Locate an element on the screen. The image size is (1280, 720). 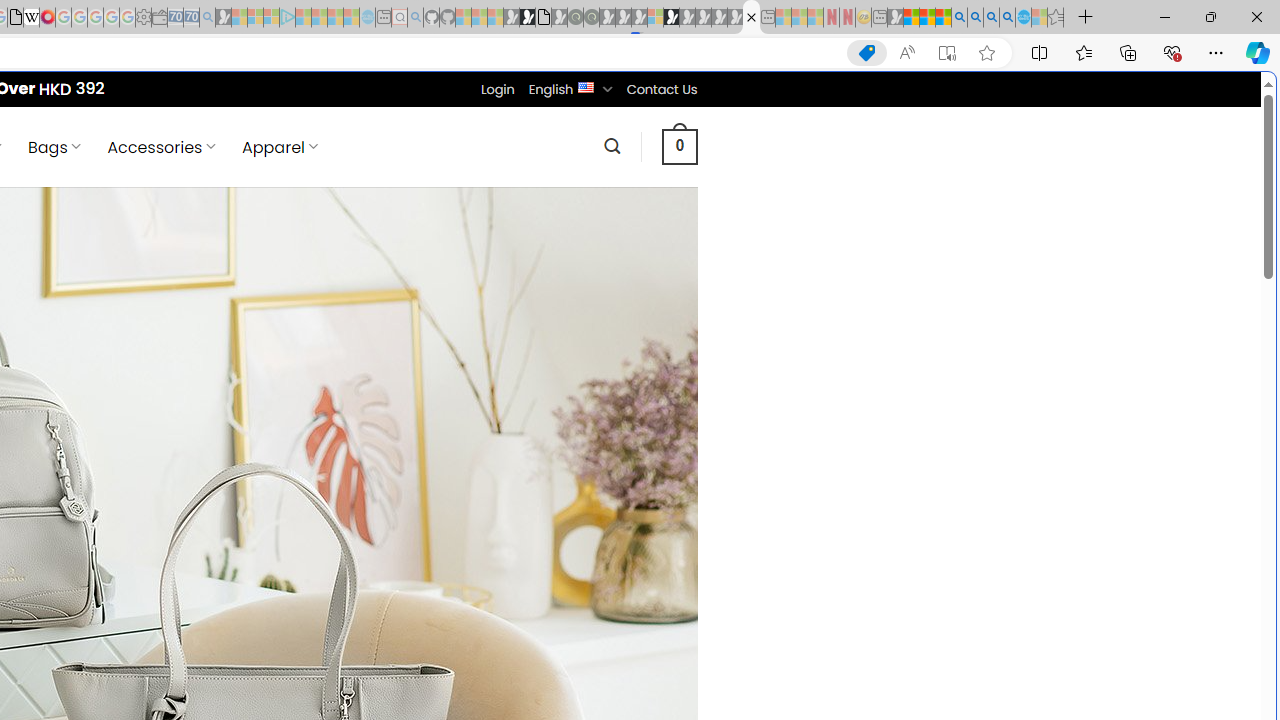
'Cheap Car Rentals - Save70.com - Sleeping' is located at coordinates (191, 17).